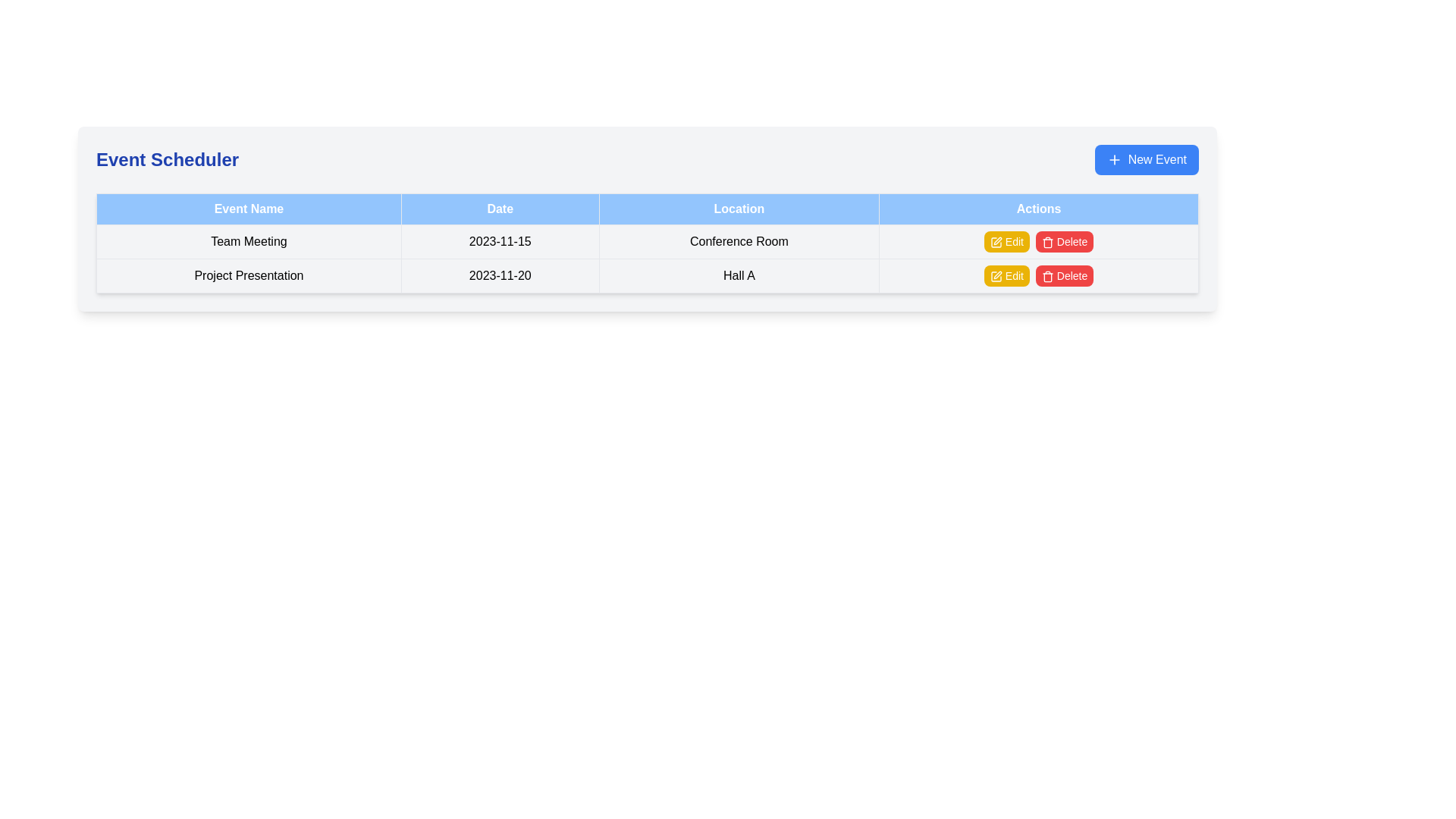 Image resolution: width=1456 pixels, height=819 pixels. What do you see at coordinates (1047, 277) in the screenshot?
I see `the delete action icon located within the 'Delete' button of the 'Actions' column for the second row of the table, which corresponds to the 'Project Presentation' entry` at bounding box center [1047, 277].